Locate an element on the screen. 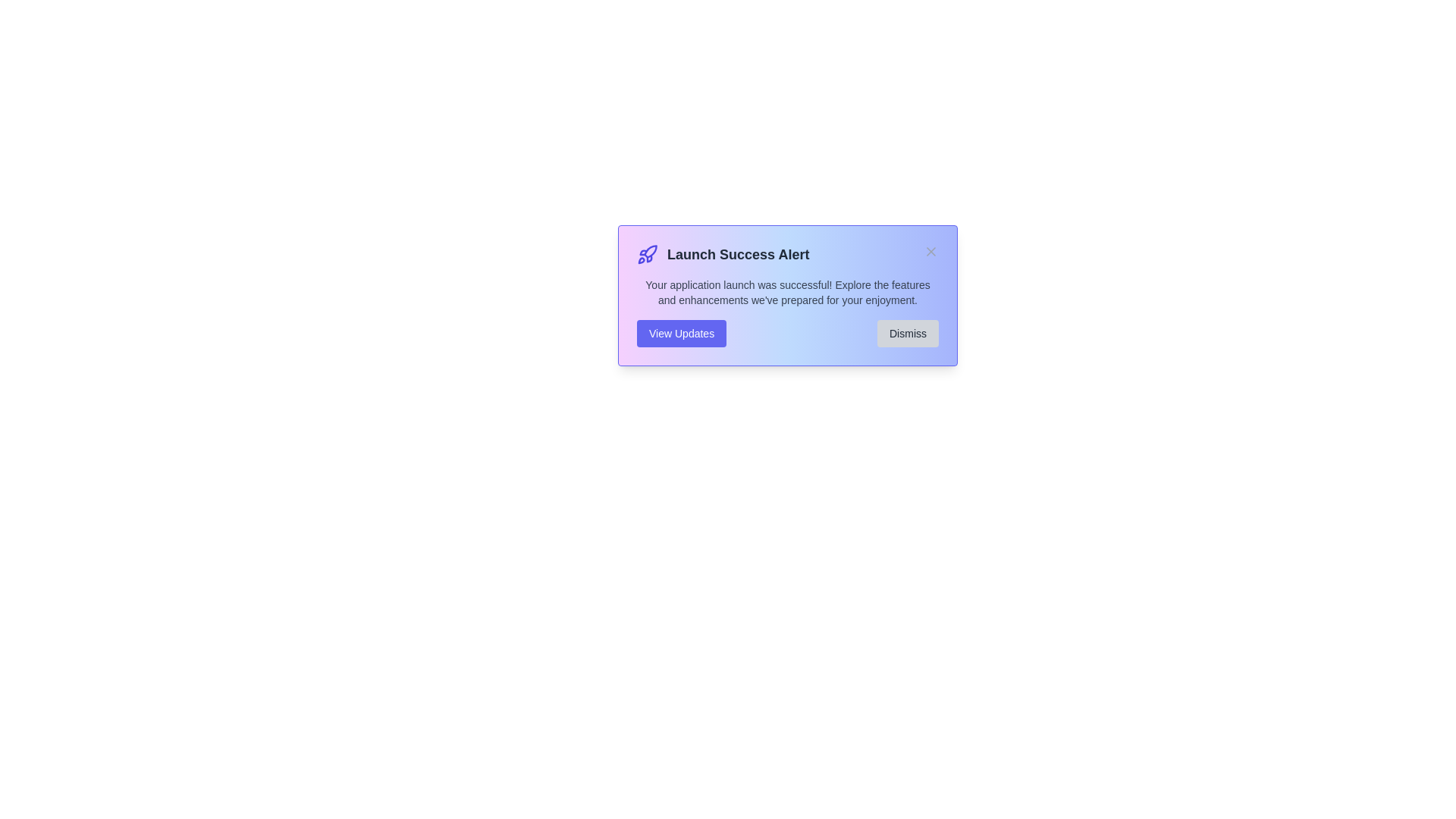 Image resolution: width=1456 pixels, height=819 pixels. 'Close Notification' button to dismiss the alert is located at coordinates (930, 250).